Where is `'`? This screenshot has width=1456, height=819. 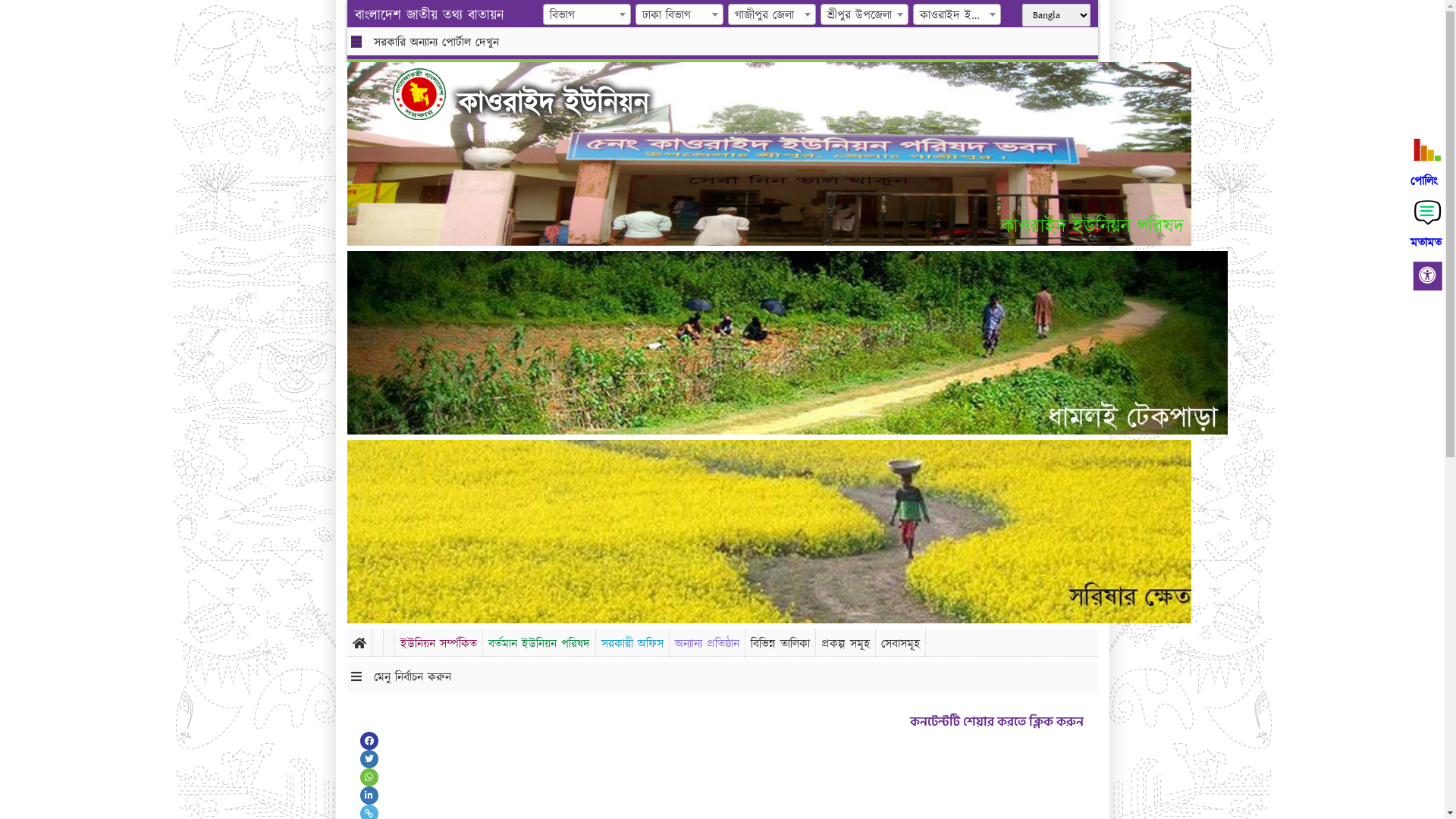 ' is located at coordinates (430, 93).